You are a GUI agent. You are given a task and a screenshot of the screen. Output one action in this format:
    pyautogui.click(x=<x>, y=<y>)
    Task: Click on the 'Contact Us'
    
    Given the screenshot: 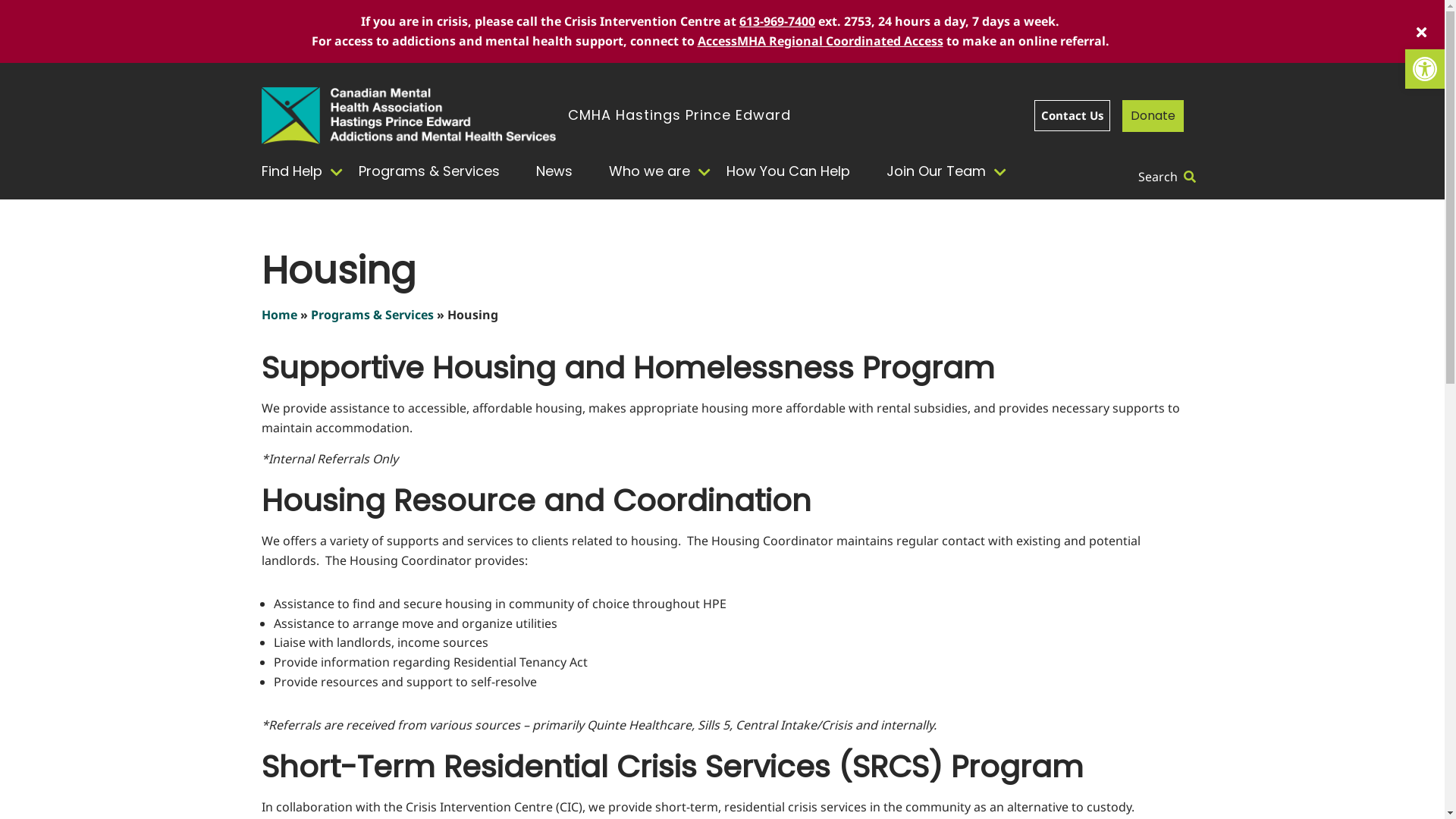 What is the action you would take?
    pyautogui.click(x=1072, y=115)
    